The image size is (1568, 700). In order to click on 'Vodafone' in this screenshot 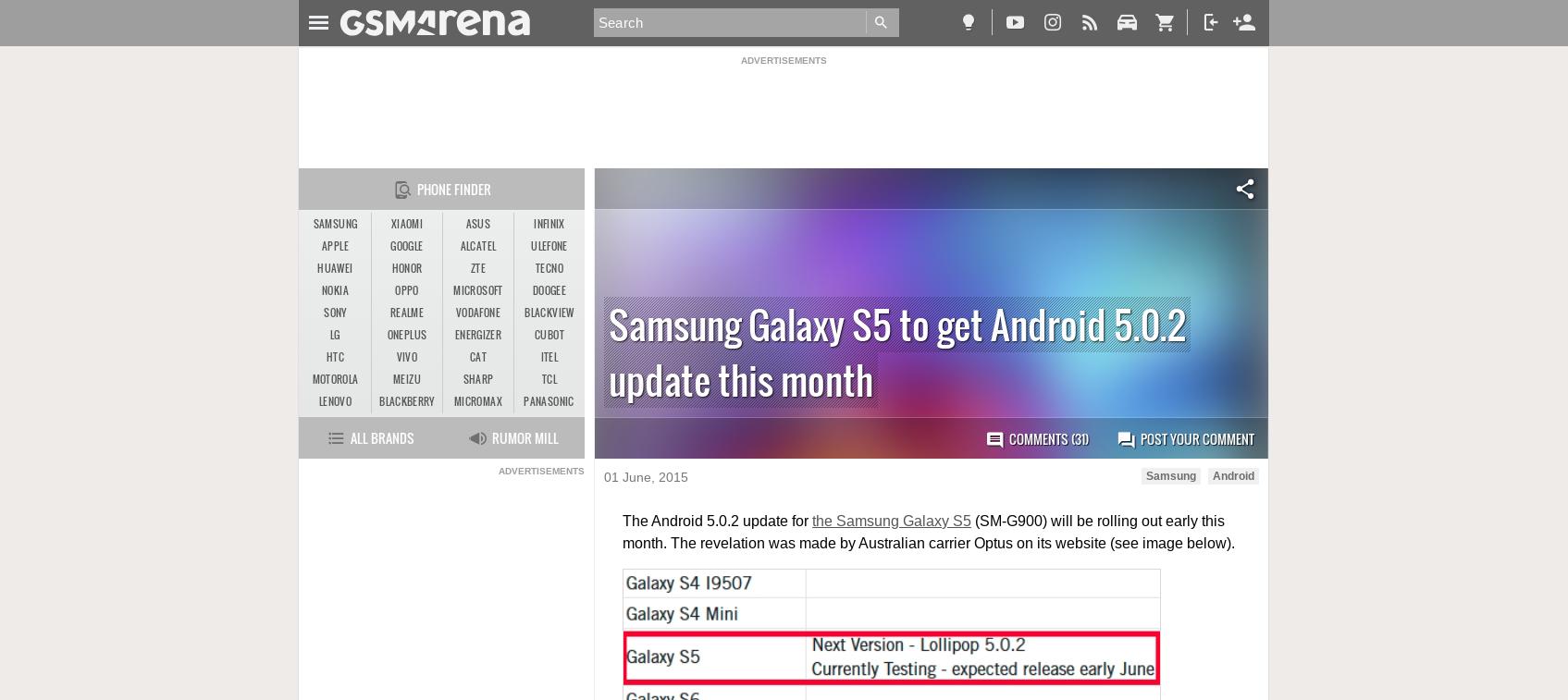, I will do `click(476, 312)`.